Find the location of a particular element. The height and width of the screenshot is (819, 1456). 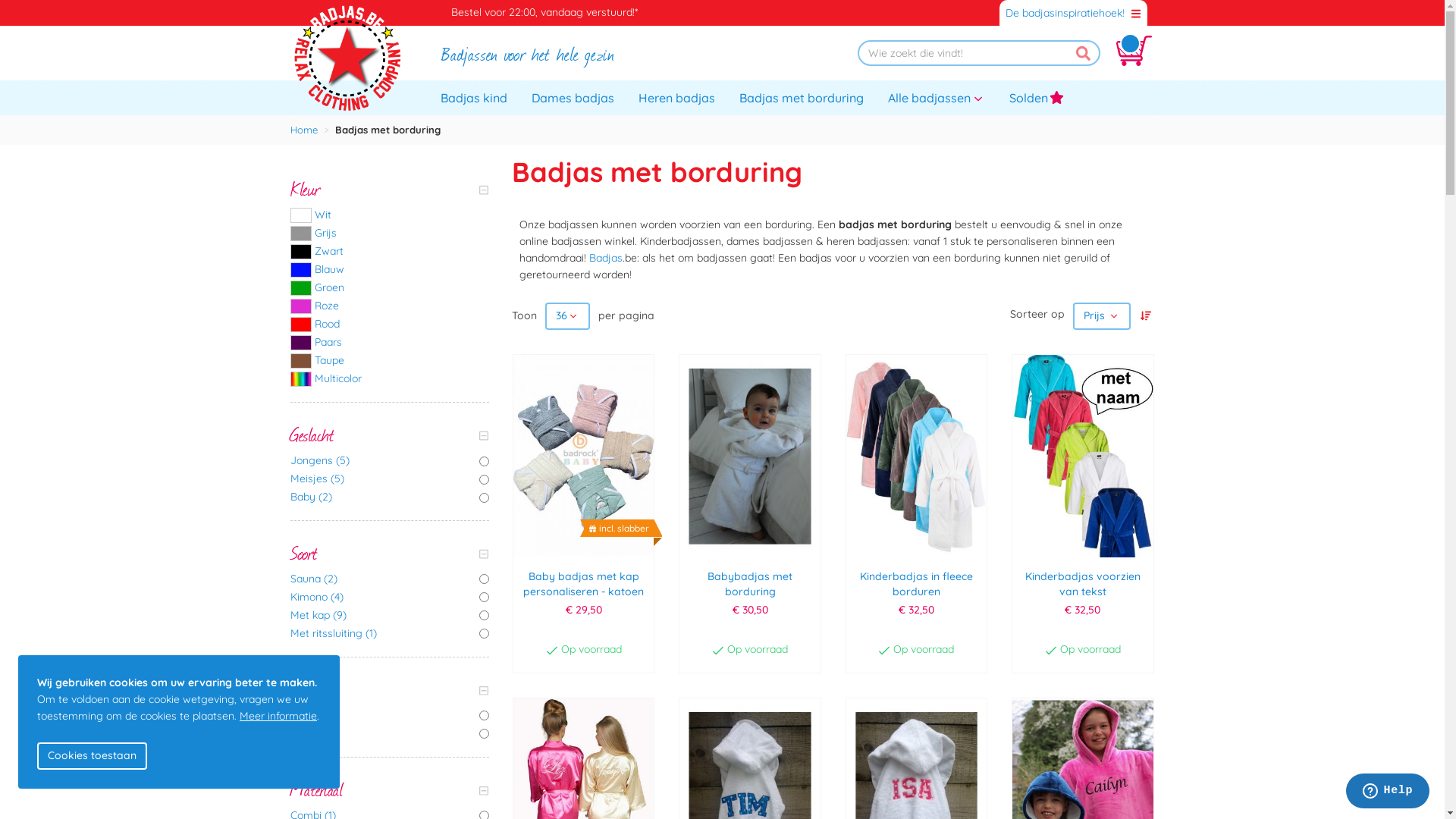

'Solden' is located at coordinates (1036, 97).